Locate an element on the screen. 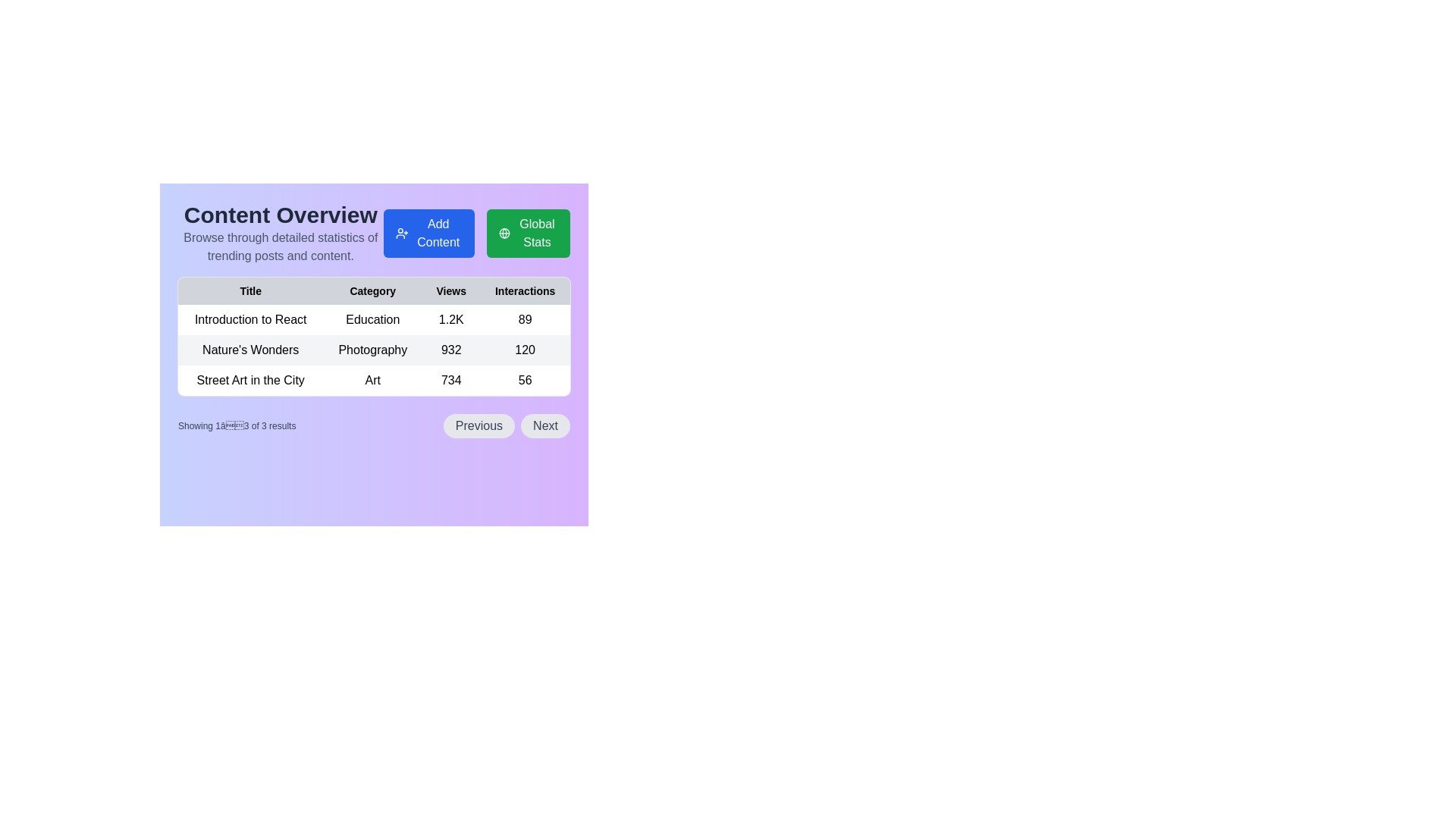 The image size is (1456, 819). the 'Interactions' text label in the header row of the table, which is the fourth column, displaying in bold and small font against a light grey background is located at coordinates (525, 291).